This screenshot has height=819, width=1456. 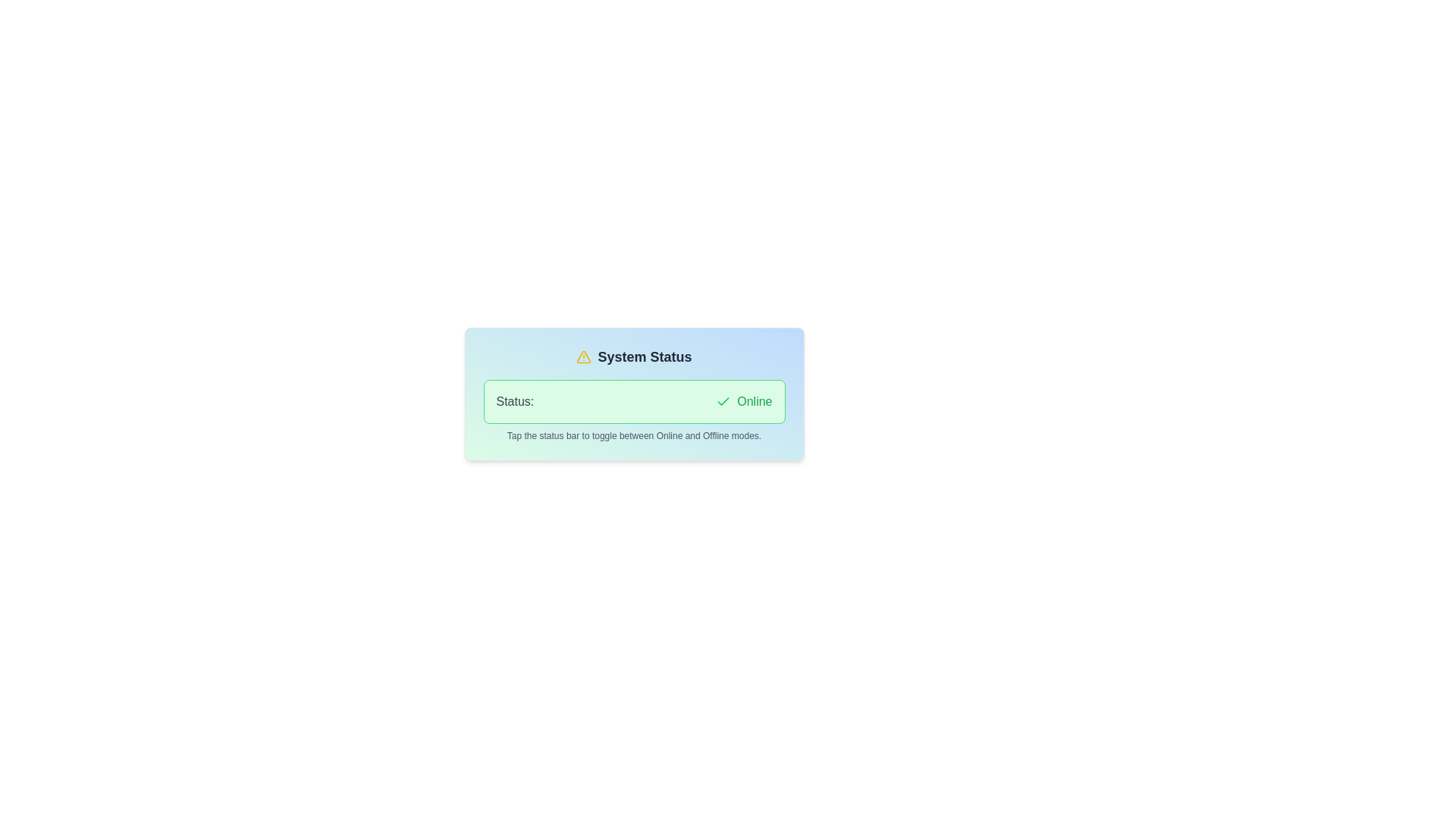 What do you see at coordinates (723, 400) in the screenshot?
I see `the positive status indicator icon located to the left of the 'Online' text within the status card` at bounding box center [723, 400].